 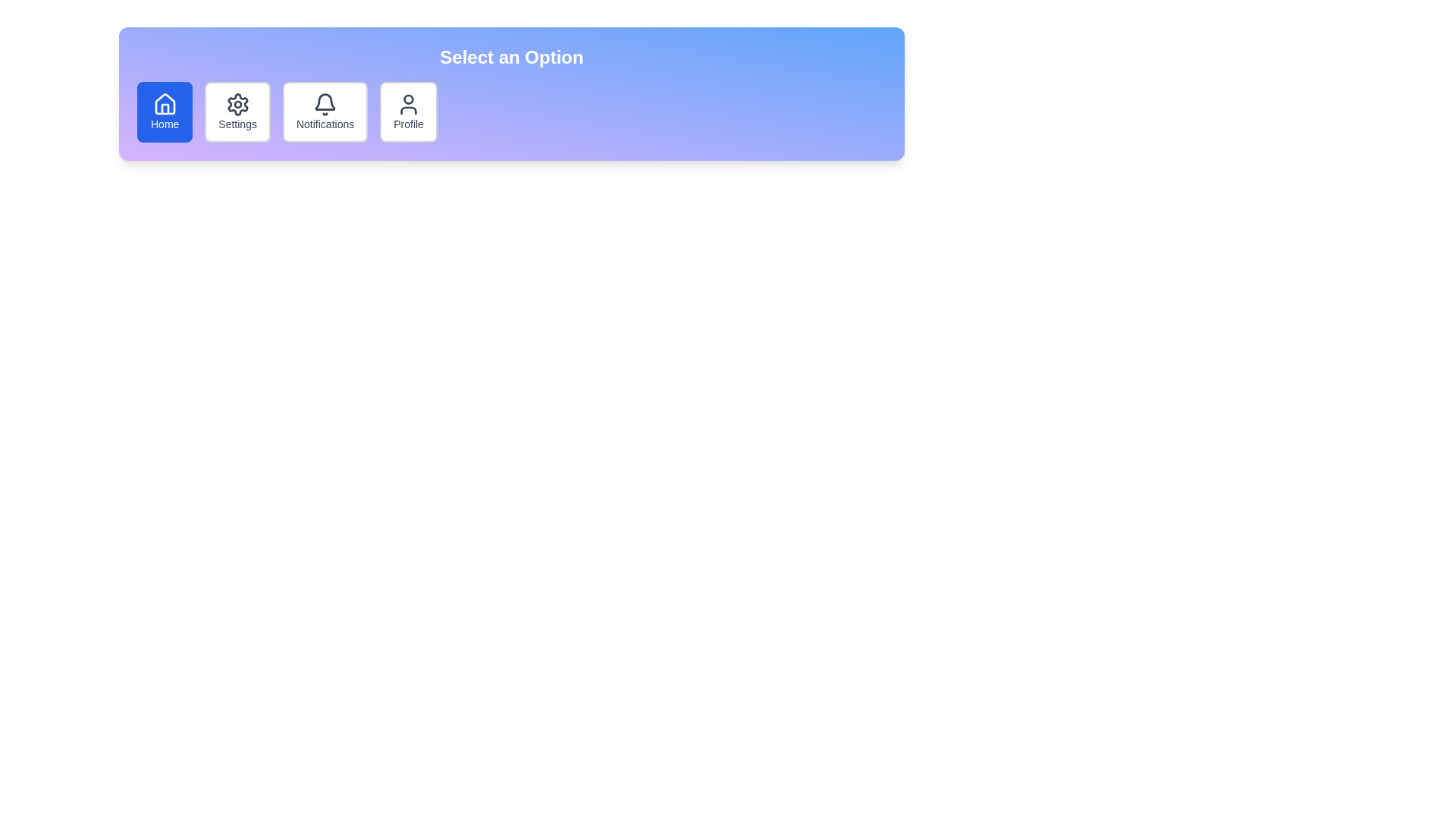 I want to click on the notification icon which is part of the 'Notifications' button in the horizontal navigation bar, so click(x=325, y=104).